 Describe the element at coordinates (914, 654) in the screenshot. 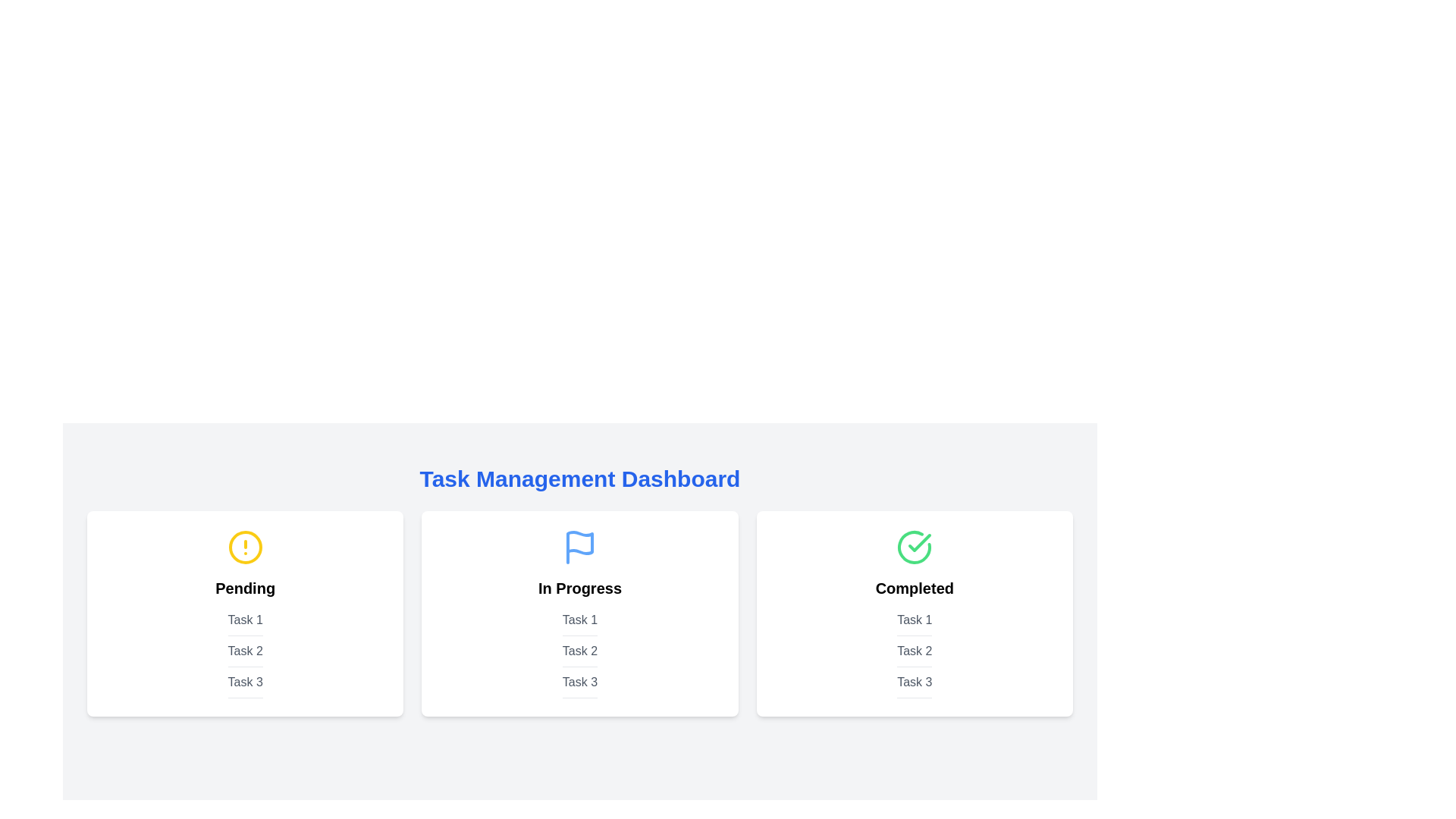

I see `the text block containing the three tasks labeled 'Task 1,' 'Task 2,' and 'Task 3,' which is located in the 'Completed' section of the task management interface, positioned below the green check icon and the 'Completed' header` at that location.